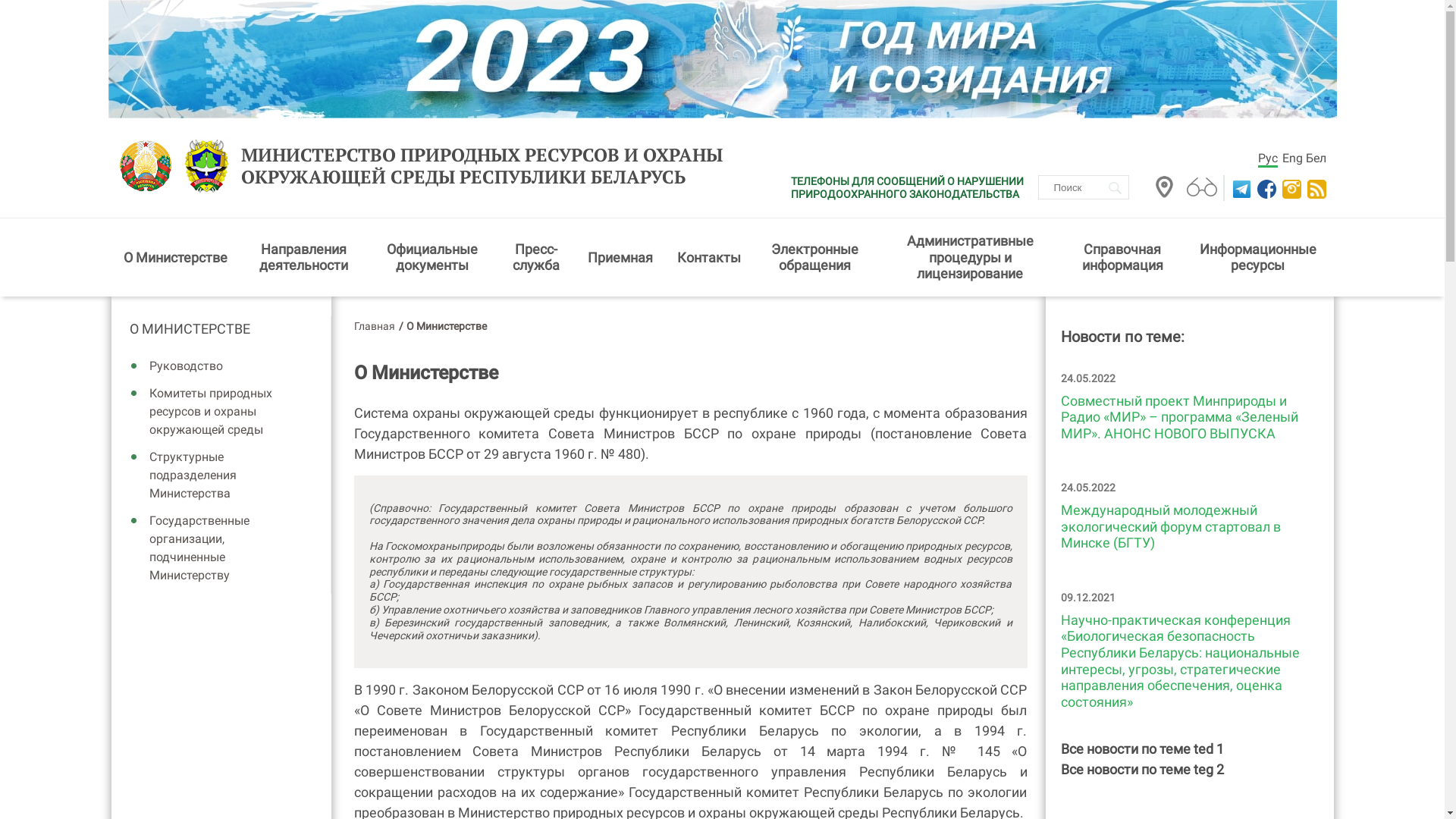 The height and width of the screenshot is (819, 1456). Describe the element at coordinates (1257, 188) in the screenshot. I see `'Facebook'` at that location.